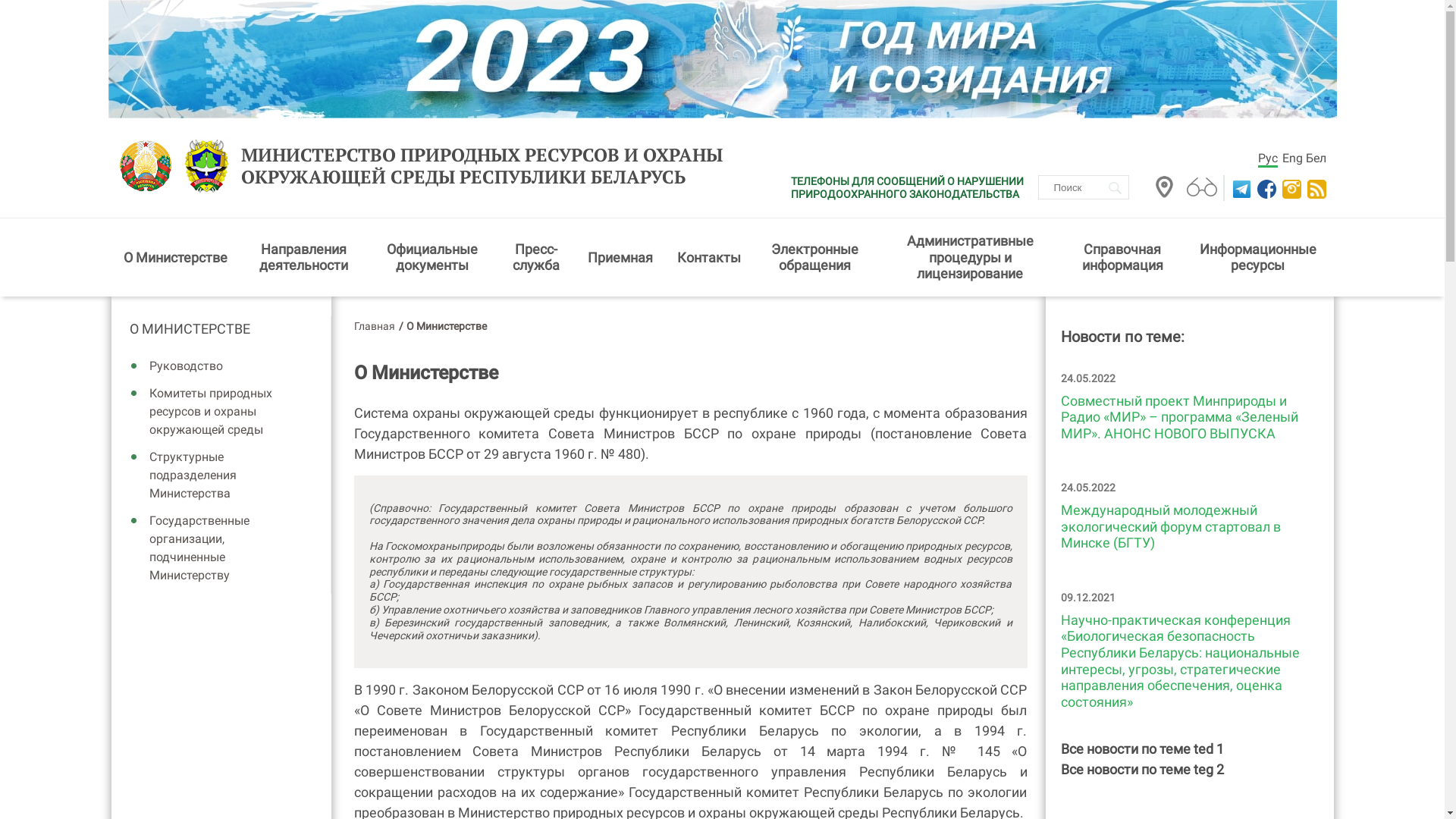 The height and width of the screenshot is (819, 1456). Describe the element at coordinates (1257, 188) in the screenshot. I see `'Facebook'` at that location.